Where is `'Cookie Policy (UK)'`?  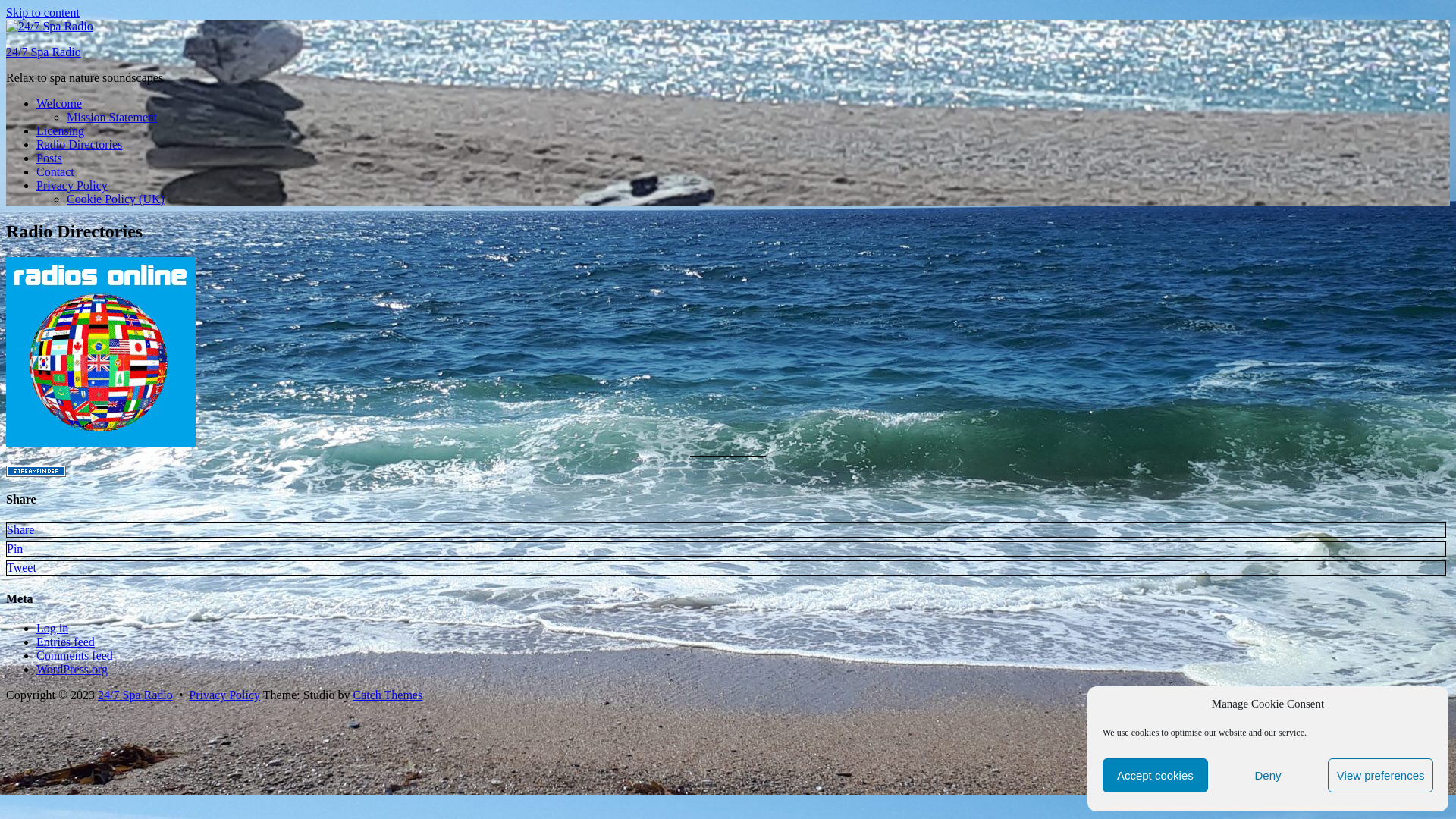
'Cookie Policy (UK)' is located at coordinates (115, 198).